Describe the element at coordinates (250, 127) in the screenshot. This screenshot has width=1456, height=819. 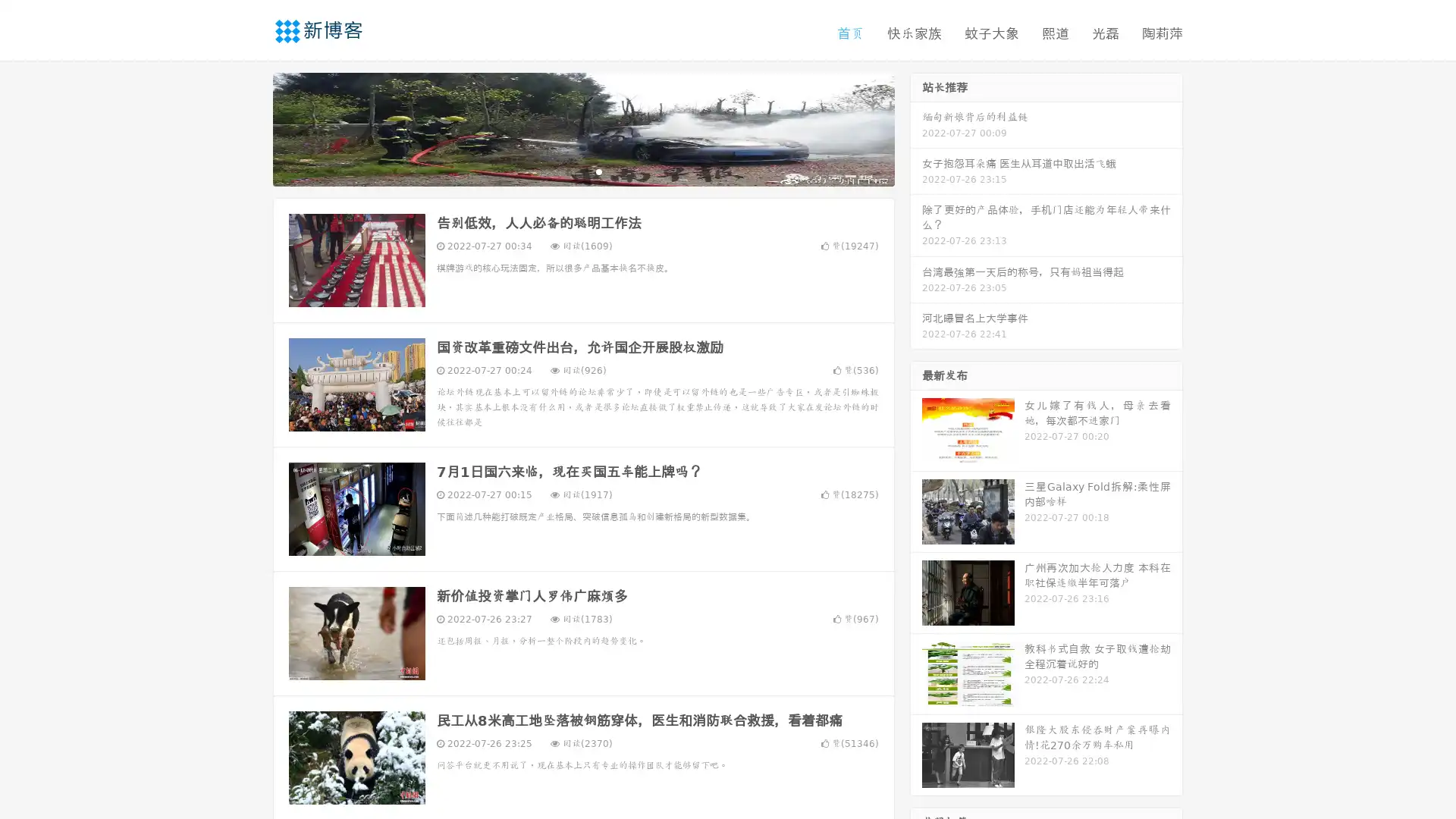
I see `Previous slide` at that location.